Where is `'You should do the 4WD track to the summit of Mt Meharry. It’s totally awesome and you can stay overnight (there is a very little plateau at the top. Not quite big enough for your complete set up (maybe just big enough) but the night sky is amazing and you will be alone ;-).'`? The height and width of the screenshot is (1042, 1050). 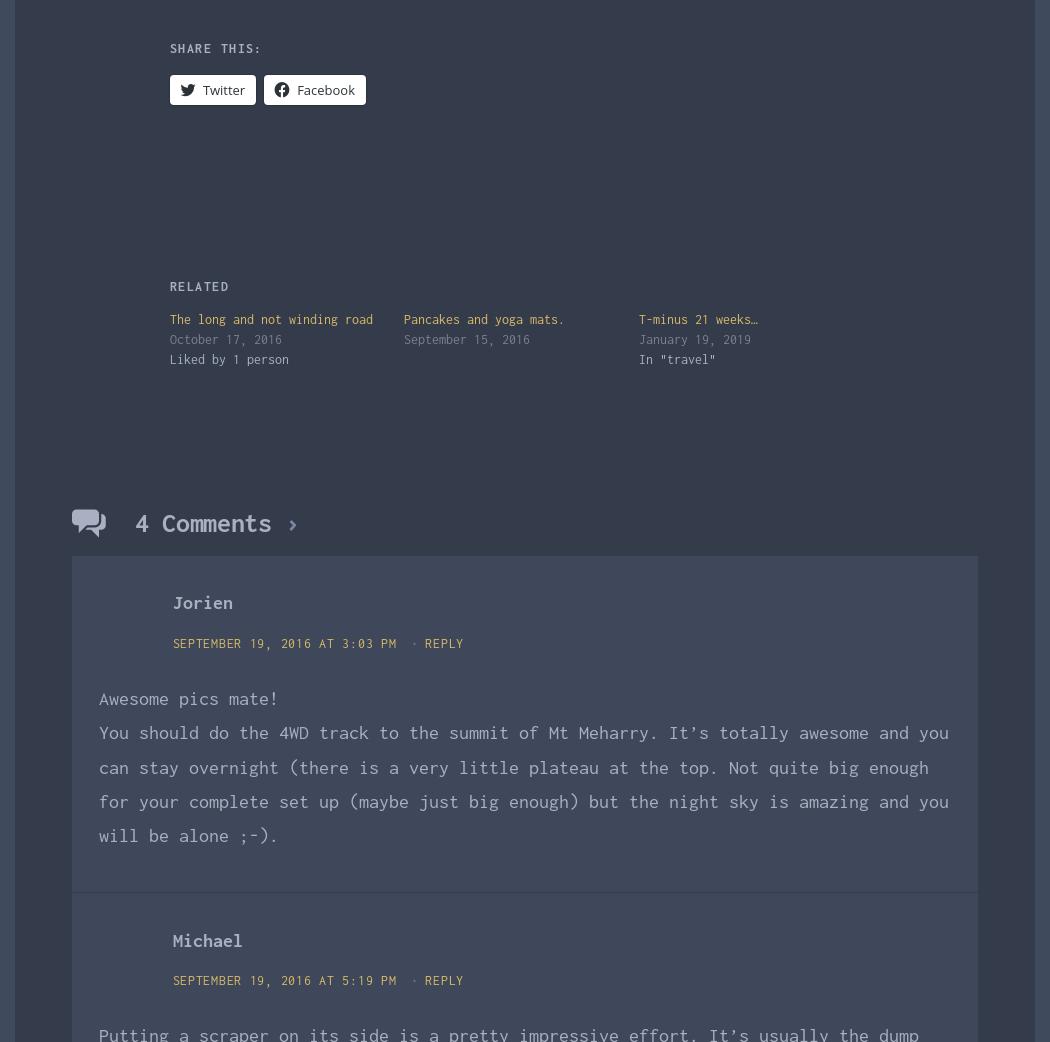
'You should do the 4WD track to the summit of Mt Meharry. It’s totally awesome and you can stay overnight (there is a very little plateau at the top. Not quite big enough for your complete set up (maybe just big enough) but the night sky is amazing and you will be alone ;-).' is located at coordinates (99, 784).